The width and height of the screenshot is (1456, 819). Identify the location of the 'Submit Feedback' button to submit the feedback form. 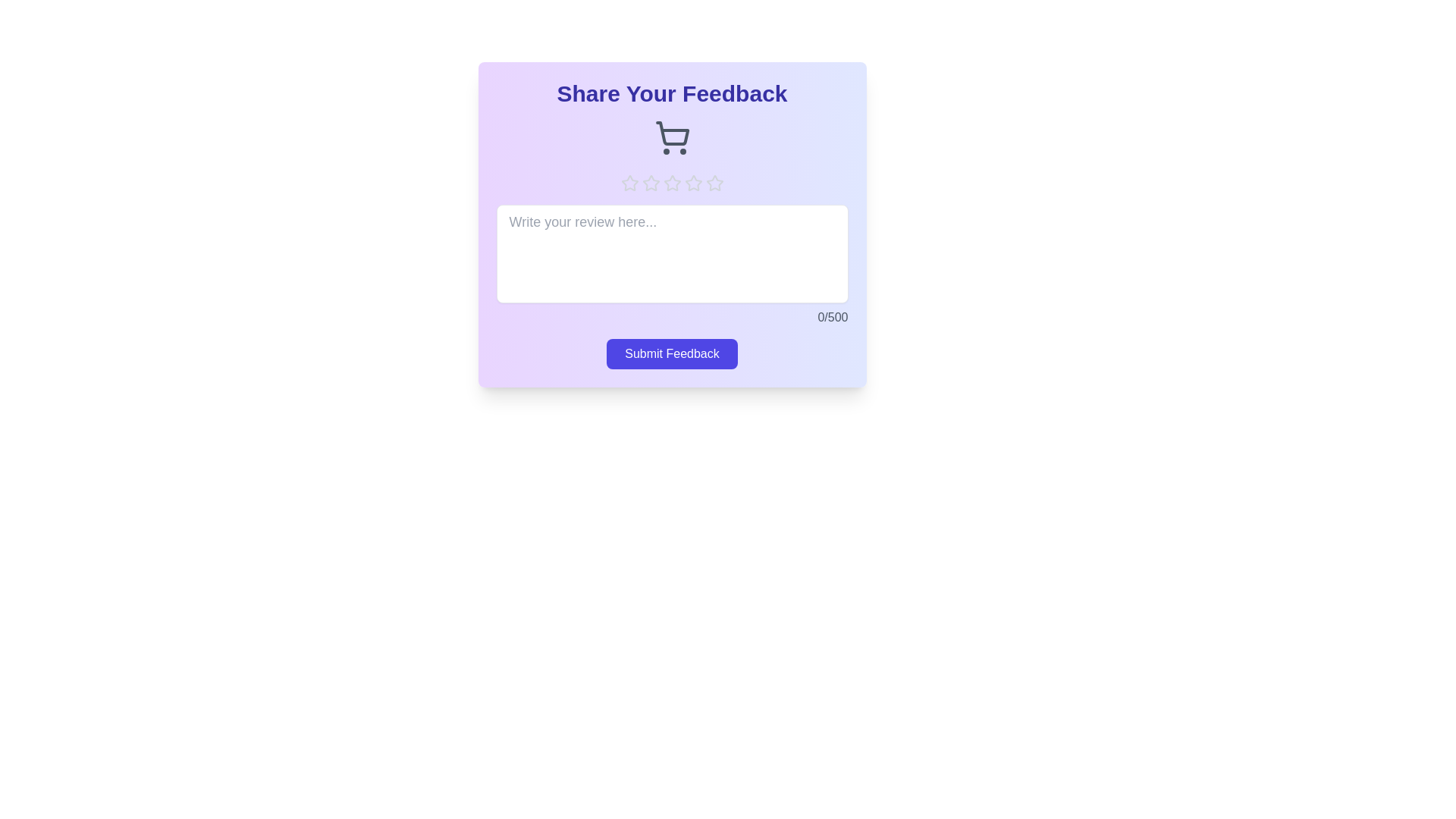
(671, 353).